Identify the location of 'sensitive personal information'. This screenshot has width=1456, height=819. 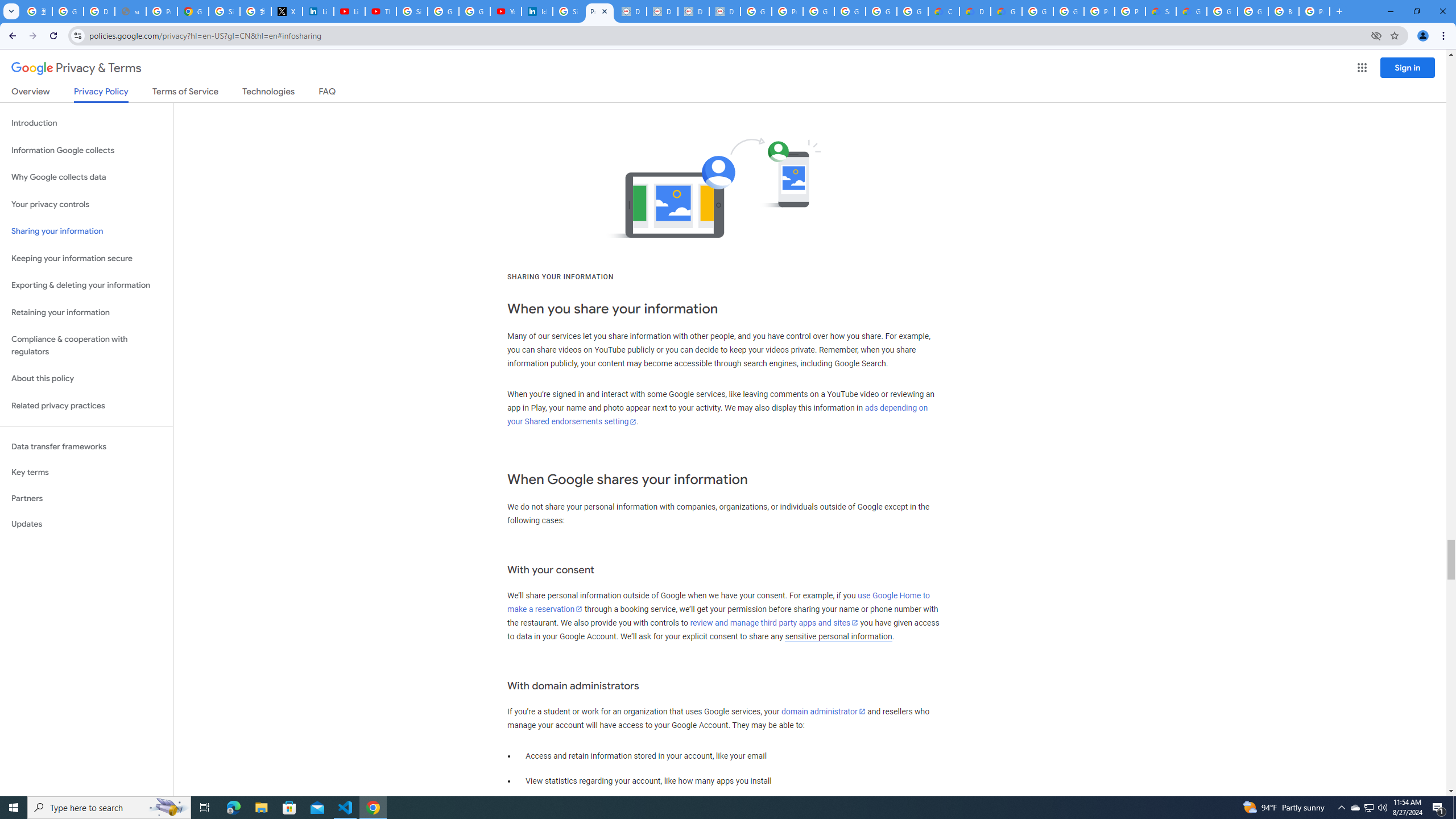
(838, 636).